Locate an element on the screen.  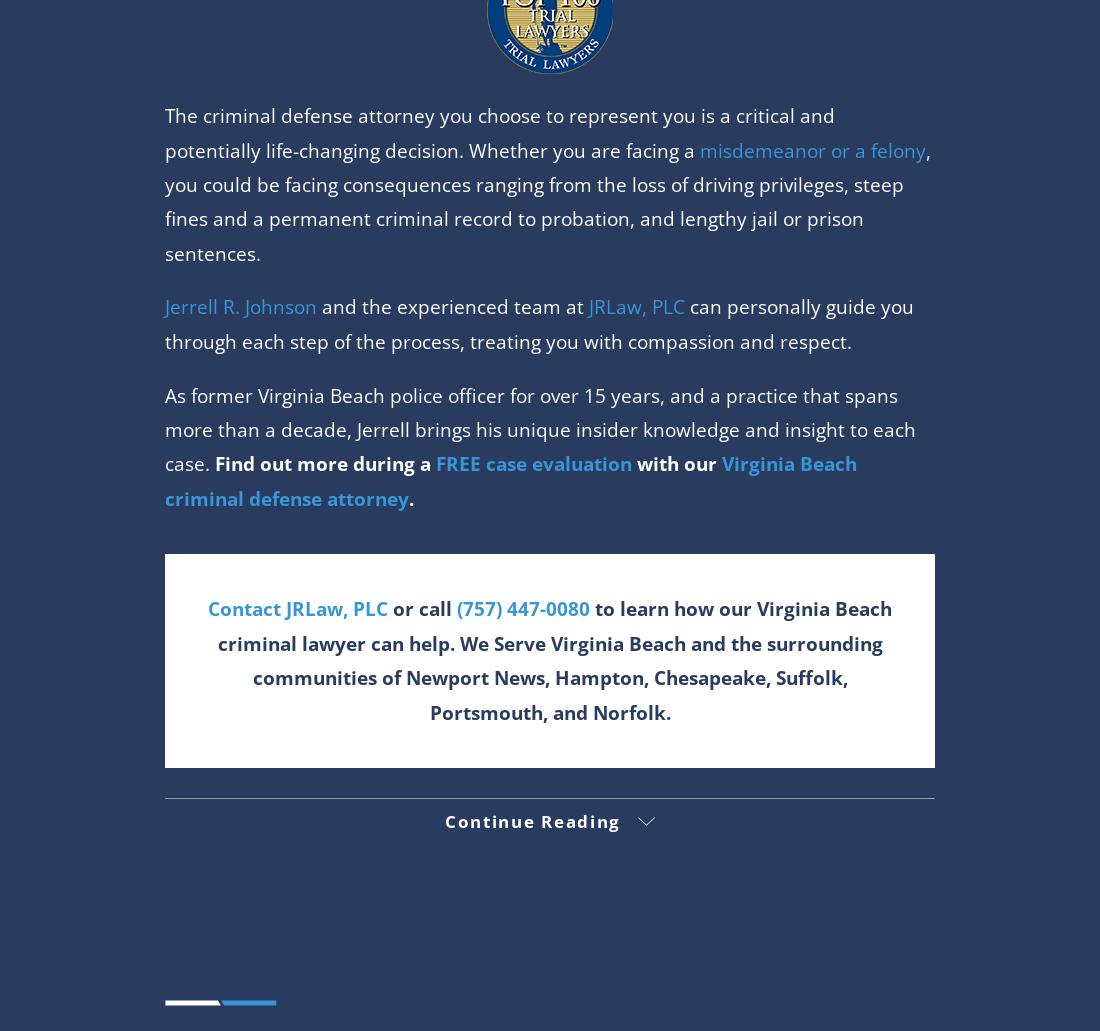
'Schedule Consultation Today' is located at coordinates (549, 685).